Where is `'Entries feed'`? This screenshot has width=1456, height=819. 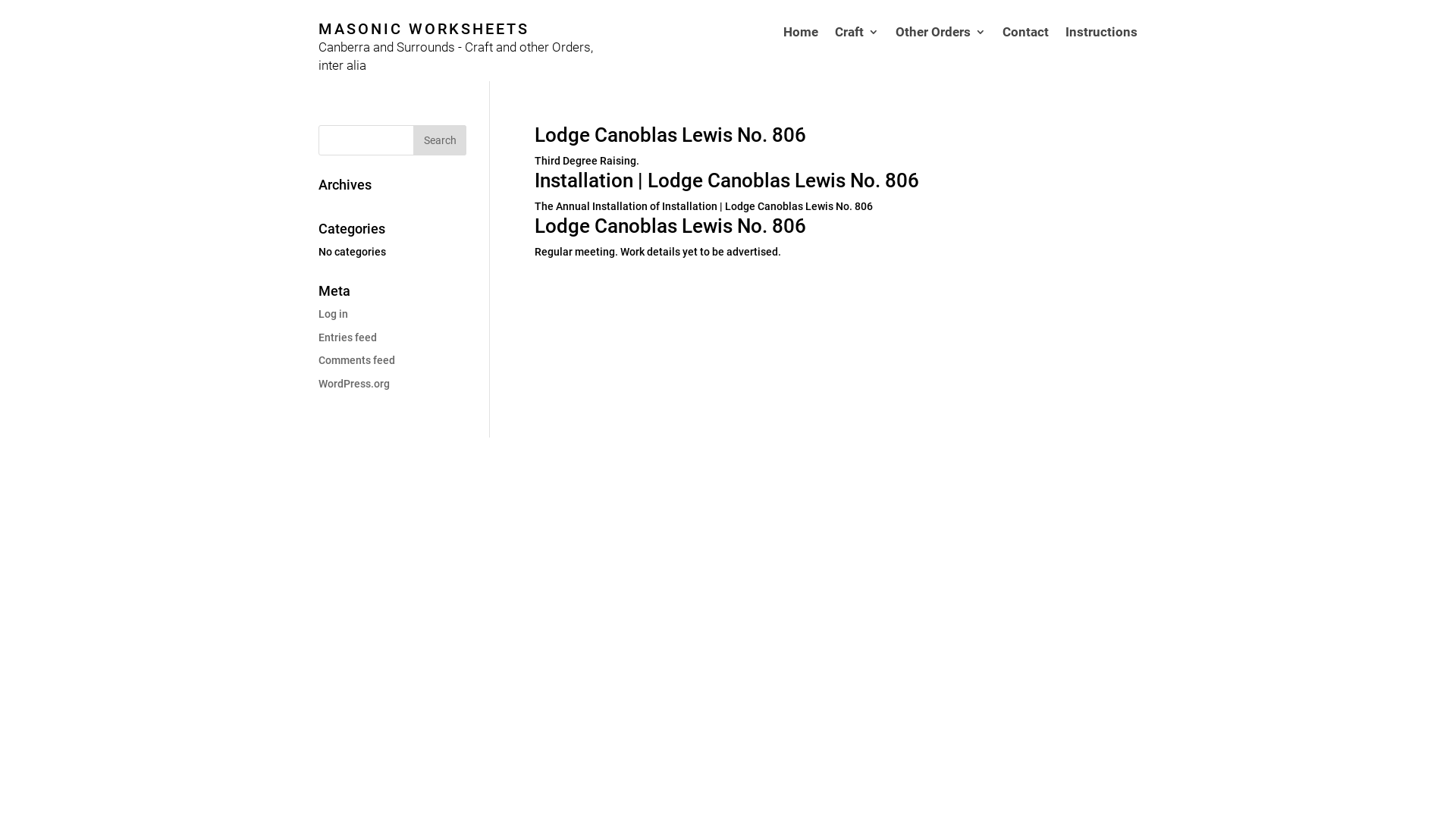
'Entries feed' is located at coordinates (347, 336).